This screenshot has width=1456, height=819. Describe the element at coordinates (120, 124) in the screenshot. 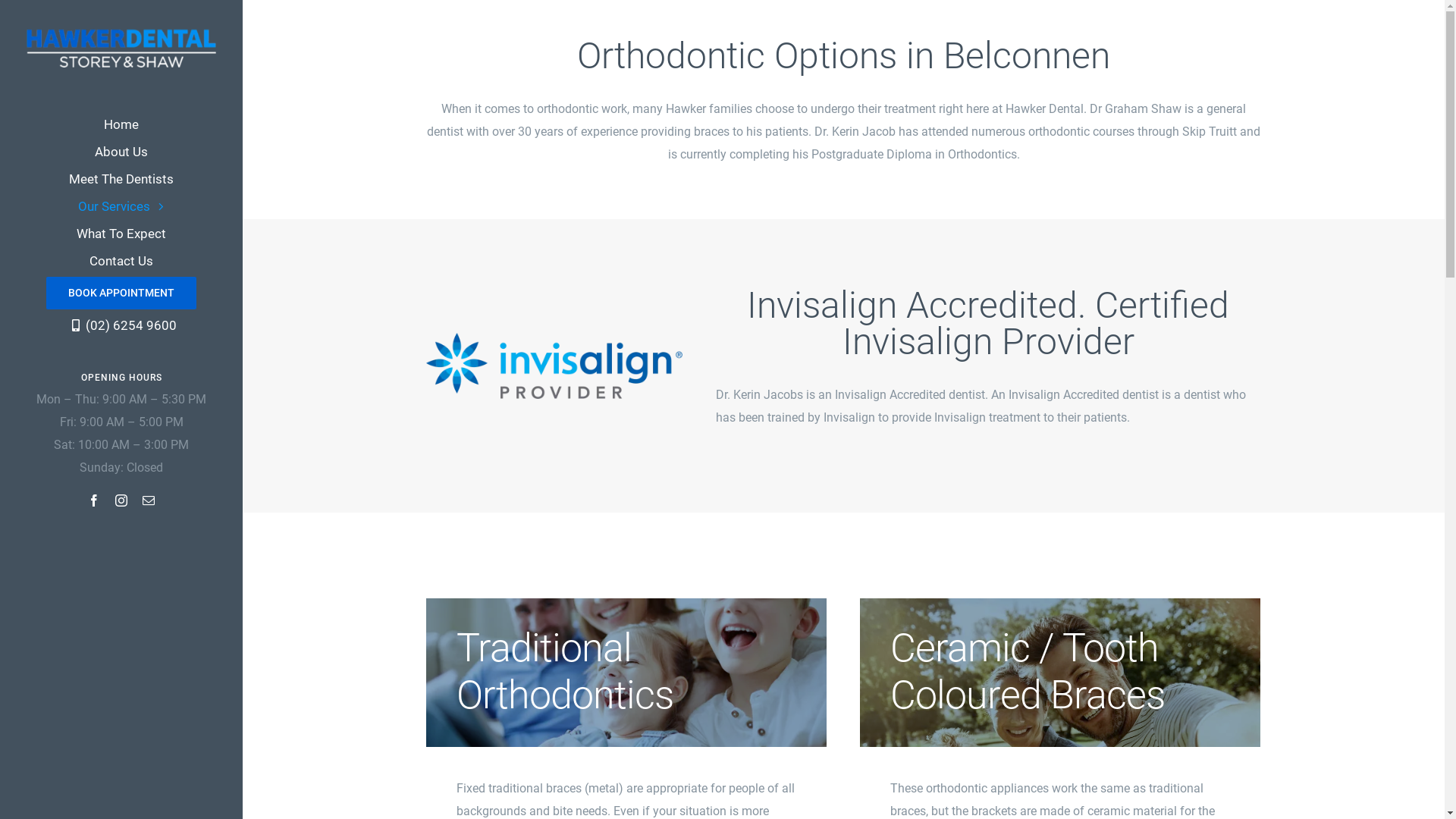

I see `'Home'` at that location.